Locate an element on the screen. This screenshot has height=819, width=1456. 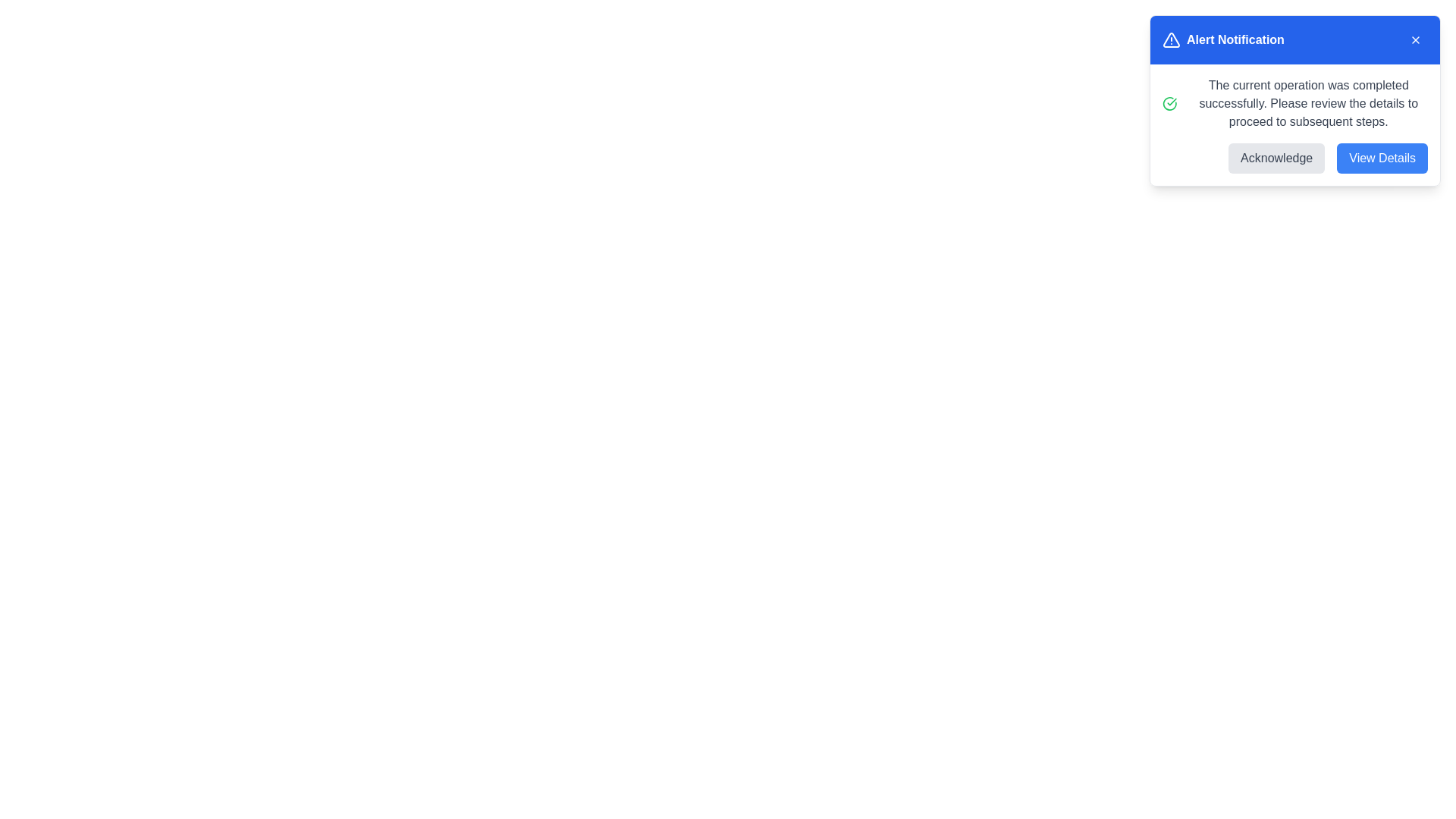
the 'View Details' button, which is a rectangular button with white text on a vibrant blue background, located at the bottom right of the notification card is located at coordinates (1382, 158).